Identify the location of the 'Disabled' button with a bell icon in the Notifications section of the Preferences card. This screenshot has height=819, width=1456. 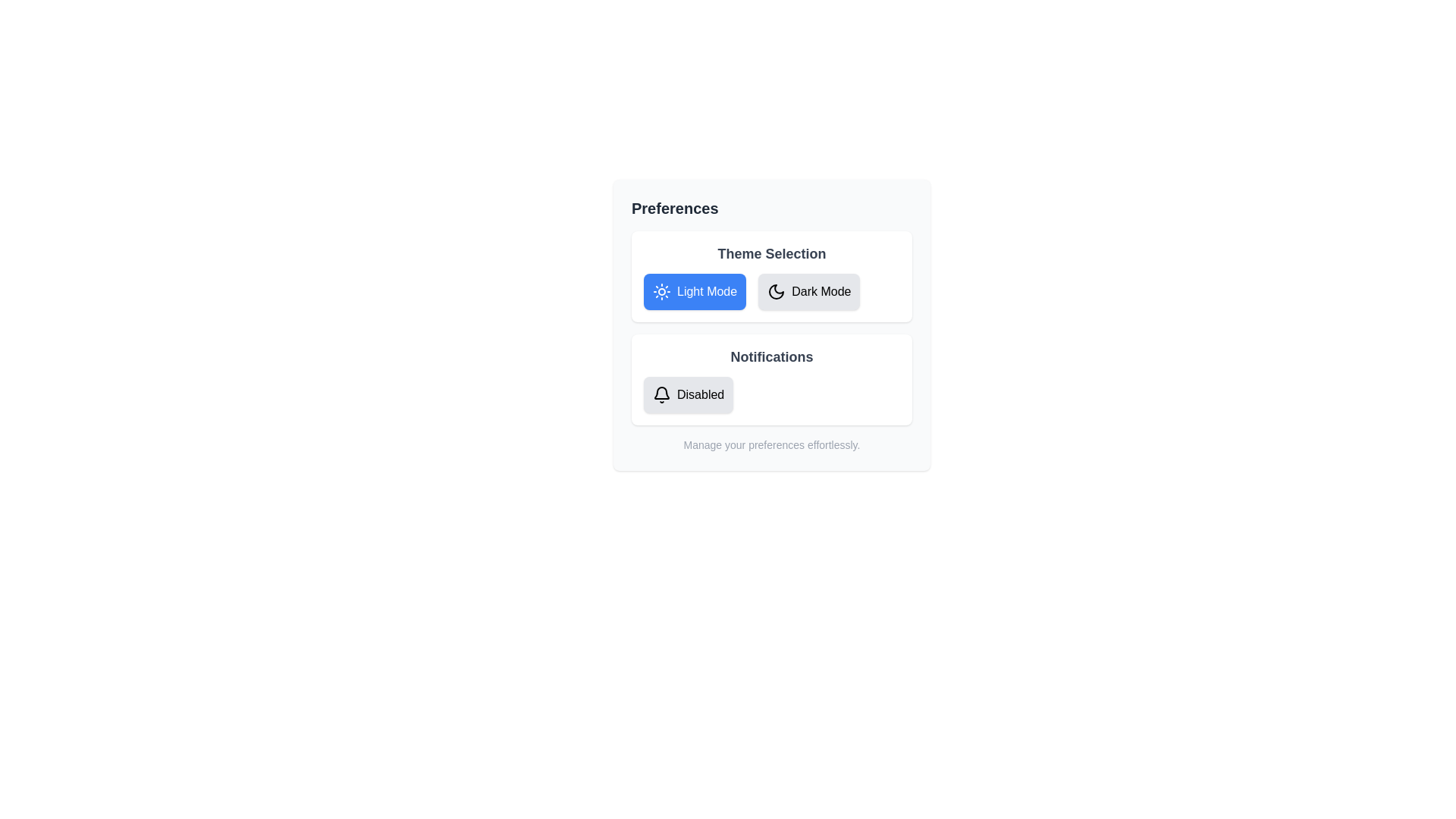
(687, 394).